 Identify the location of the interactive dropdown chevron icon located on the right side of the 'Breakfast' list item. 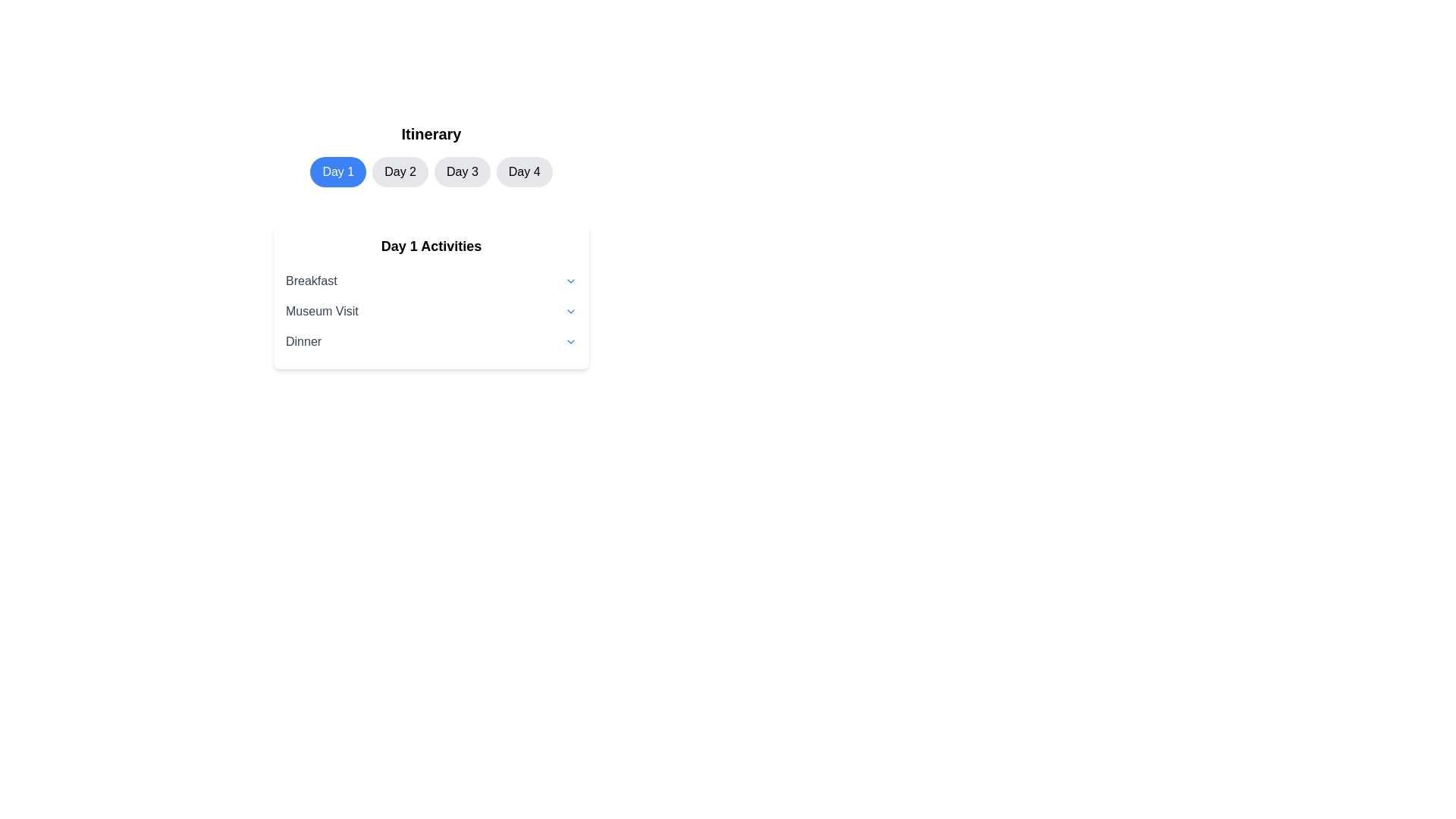
(570, 281).